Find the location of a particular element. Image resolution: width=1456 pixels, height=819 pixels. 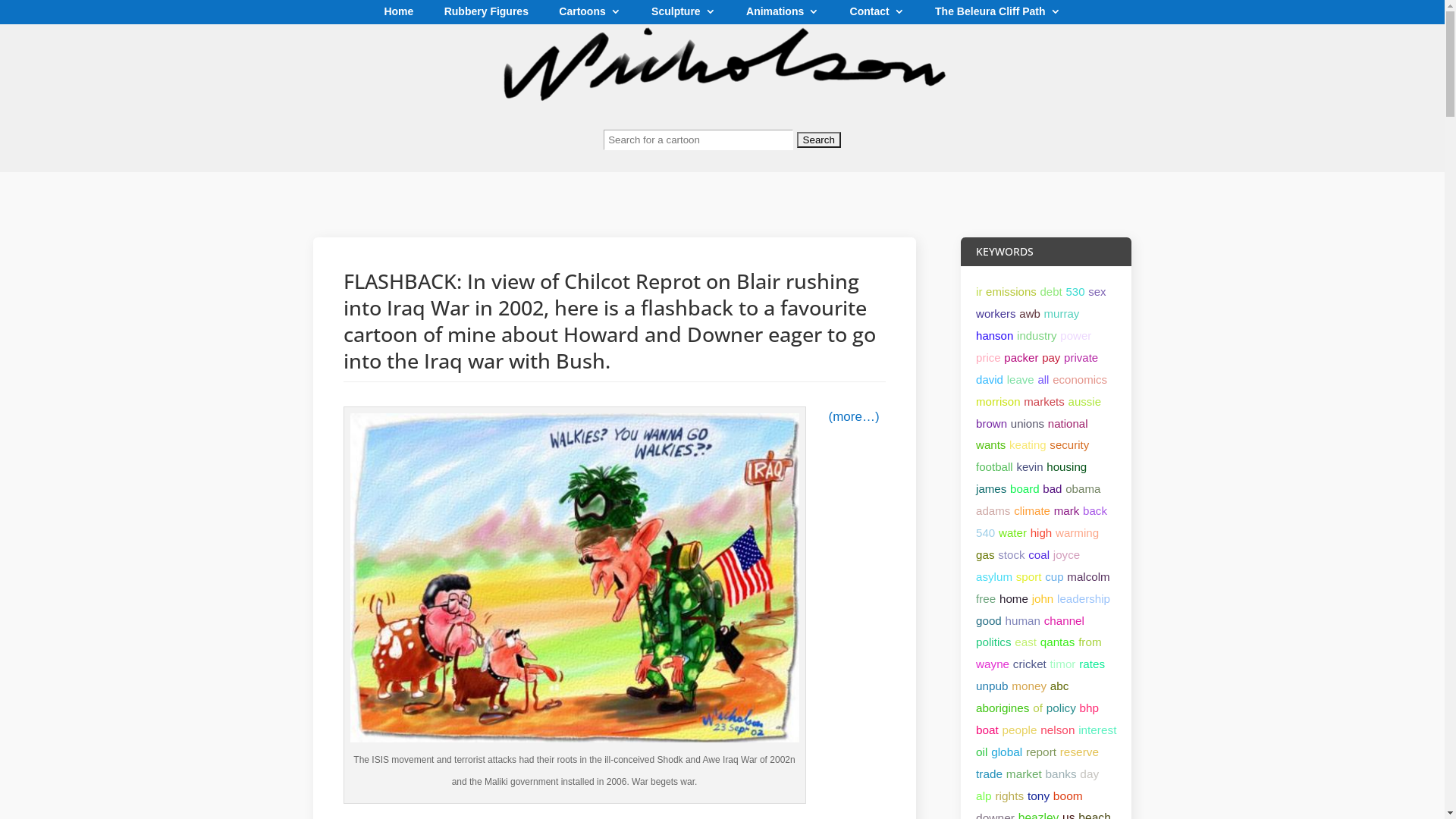

'rates' is located at coordinates (1092, 663).